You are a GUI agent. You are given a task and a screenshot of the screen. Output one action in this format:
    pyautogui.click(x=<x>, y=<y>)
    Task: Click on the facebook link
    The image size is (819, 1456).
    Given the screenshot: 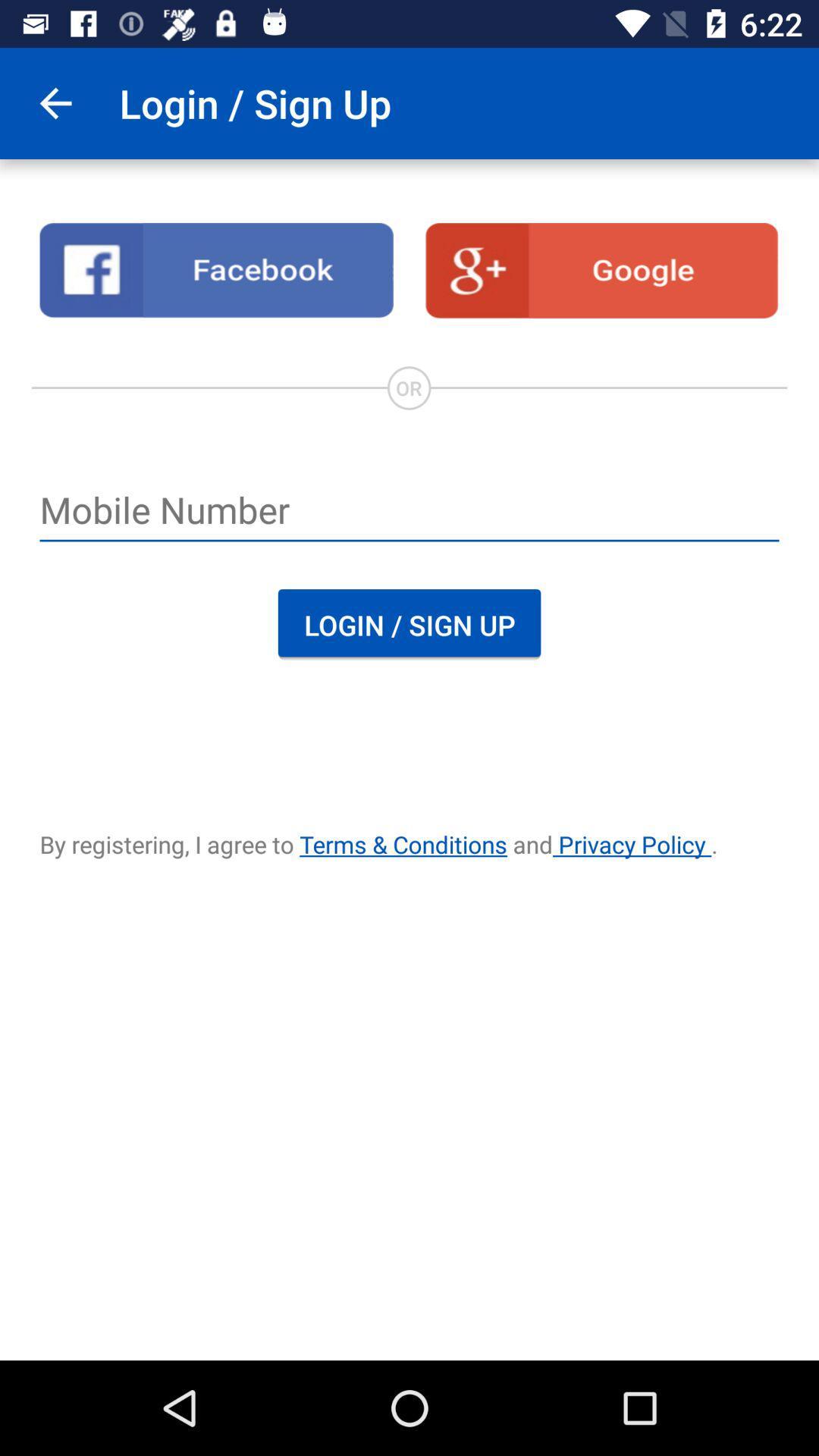 What is the action you would take?
    pyautogui.click(x=216, y=270)
    